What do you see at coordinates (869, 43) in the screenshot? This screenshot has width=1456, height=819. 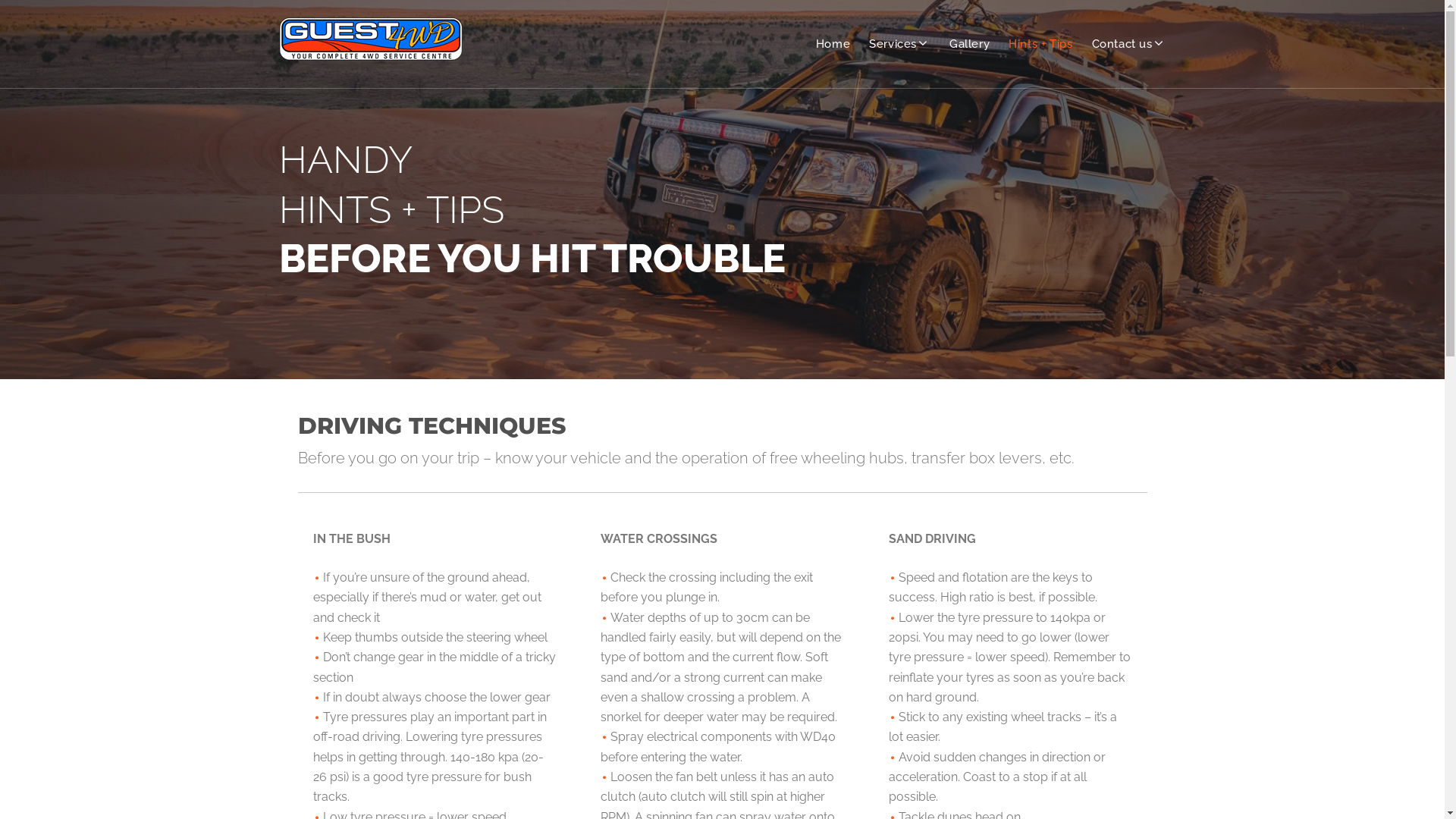 I see `'Services'` at bounding box center [869, 43].